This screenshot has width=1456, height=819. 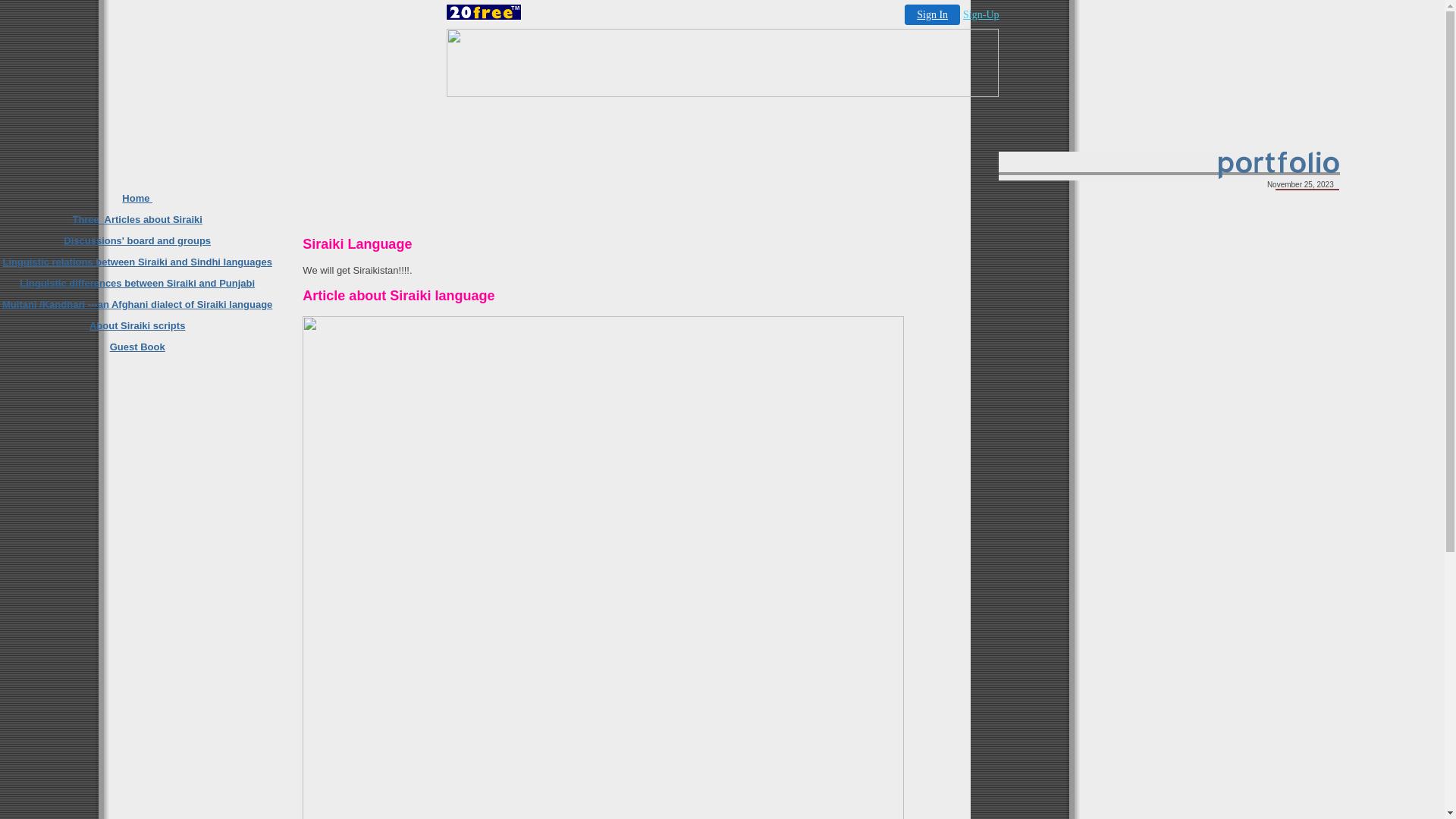 What do you see at coordinates (137, 304) in the screenshot?
I see `'Multani /Kandhari ---an Afghani dialect of Siraiki language'` at bounding box center [137, 304].